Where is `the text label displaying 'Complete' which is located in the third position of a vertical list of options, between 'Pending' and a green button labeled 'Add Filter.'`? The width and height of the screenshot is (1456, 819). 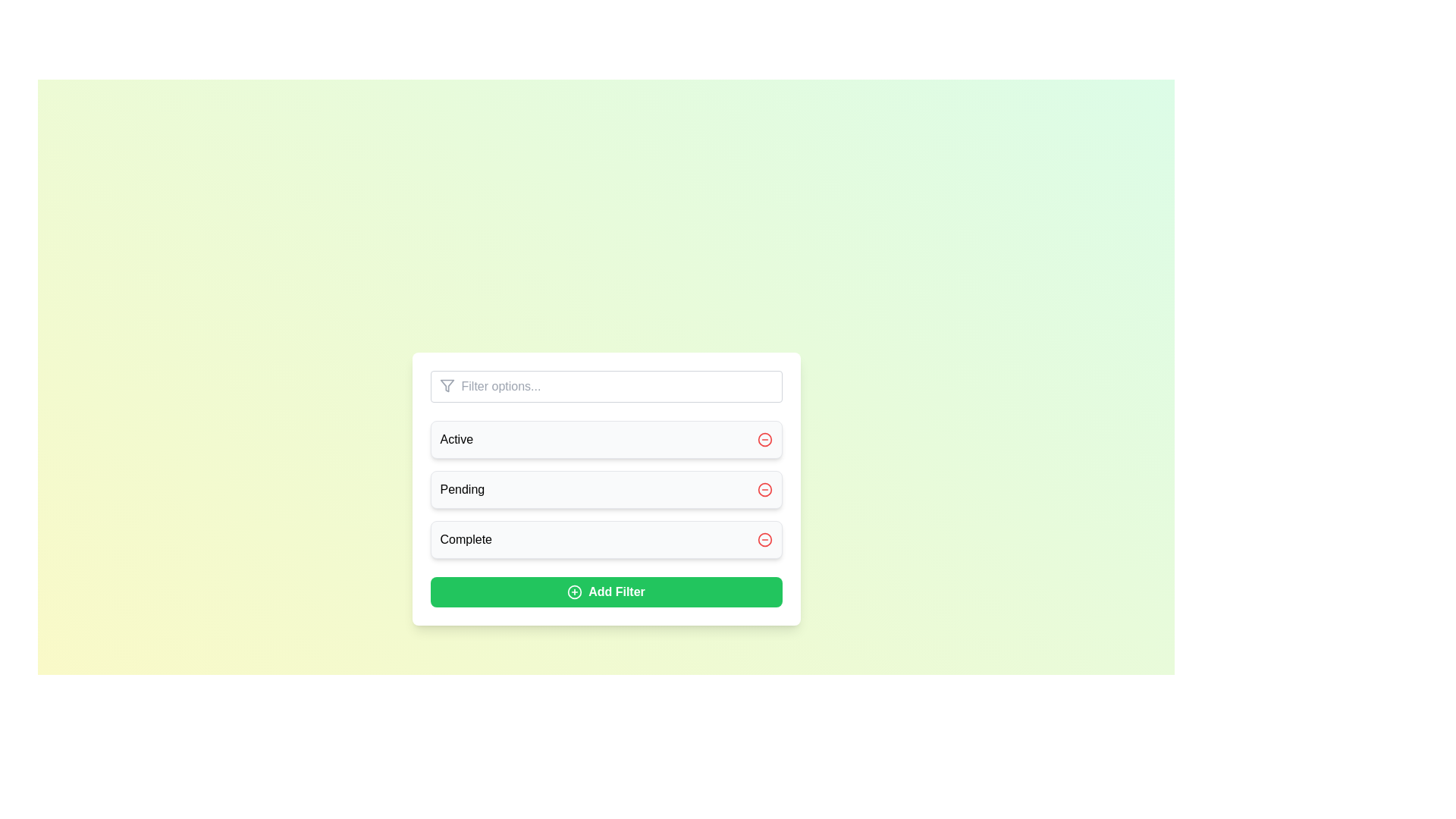 the text label displaying 'Complete' which is located in the third position of a vertical list of options, between 'Pending' and a green button labeled 'Add Filter.' is located at coordinates (465, 539).